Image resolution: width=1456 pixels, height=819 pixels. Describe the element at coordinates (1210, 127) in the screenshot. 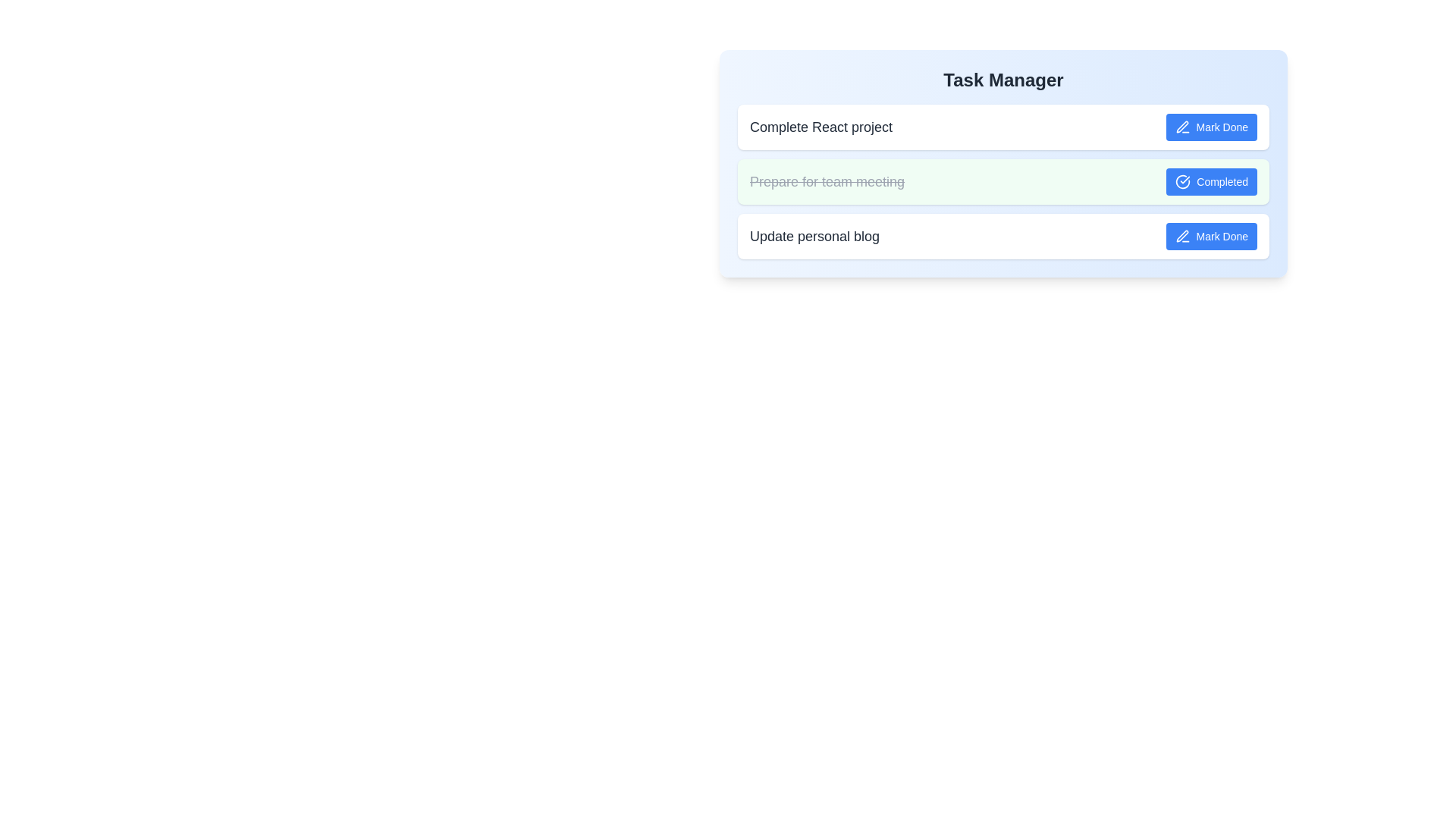

I see `button next to the task labeled 'Complete React project' to toggle its completion status` at that location.